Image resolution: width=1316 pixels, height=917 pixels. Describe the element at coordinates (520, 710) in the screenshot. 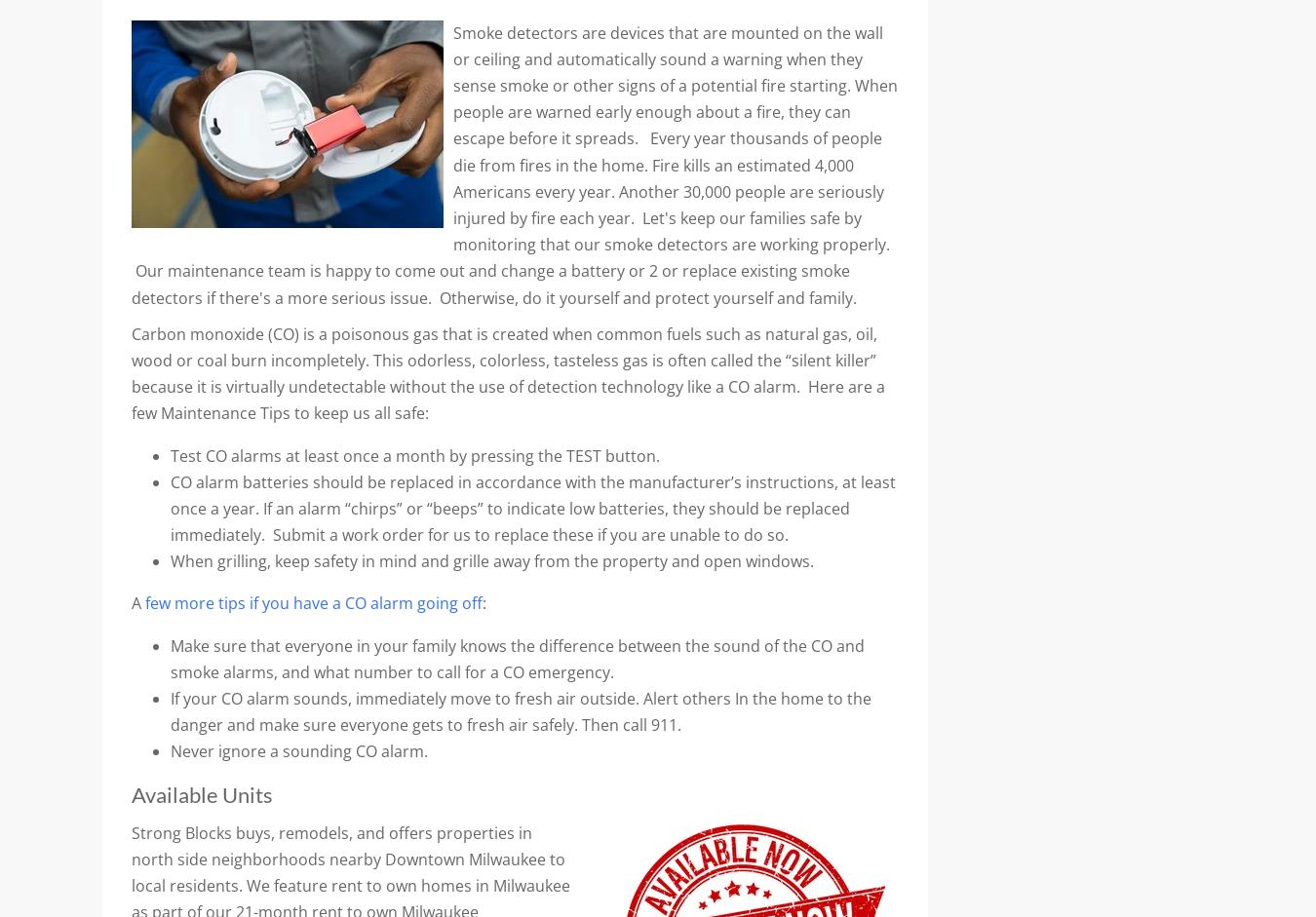

I see `'If your CO alarm sounds, immediately move to fresh air outside. Alert others In the home to the danger and make sure everyone gets to fresh air safely. Then call 911.'` at that location.